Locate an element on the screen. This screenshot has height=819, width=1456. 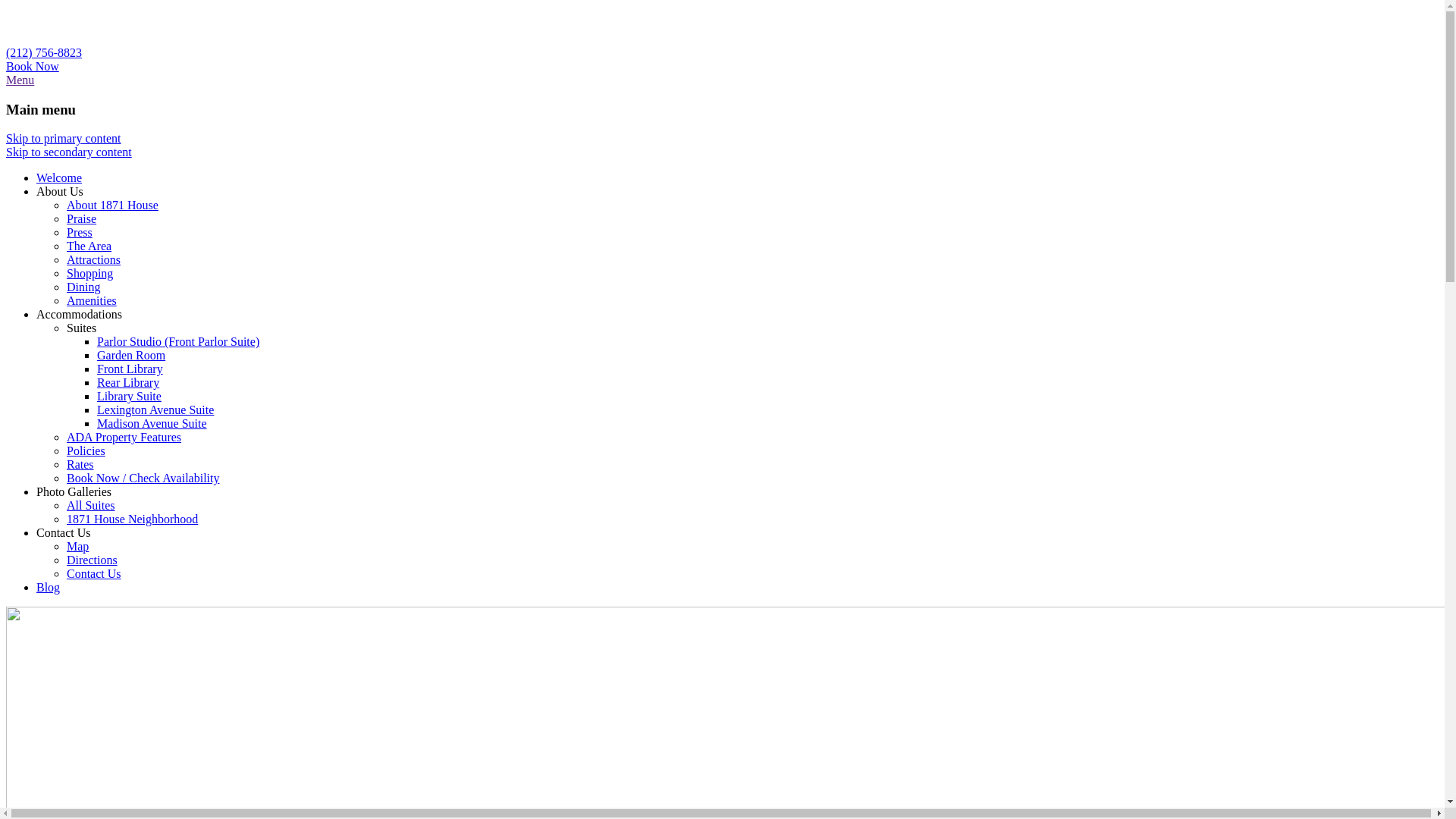
'ADA Property Features' is located at coordinates (124, 437).